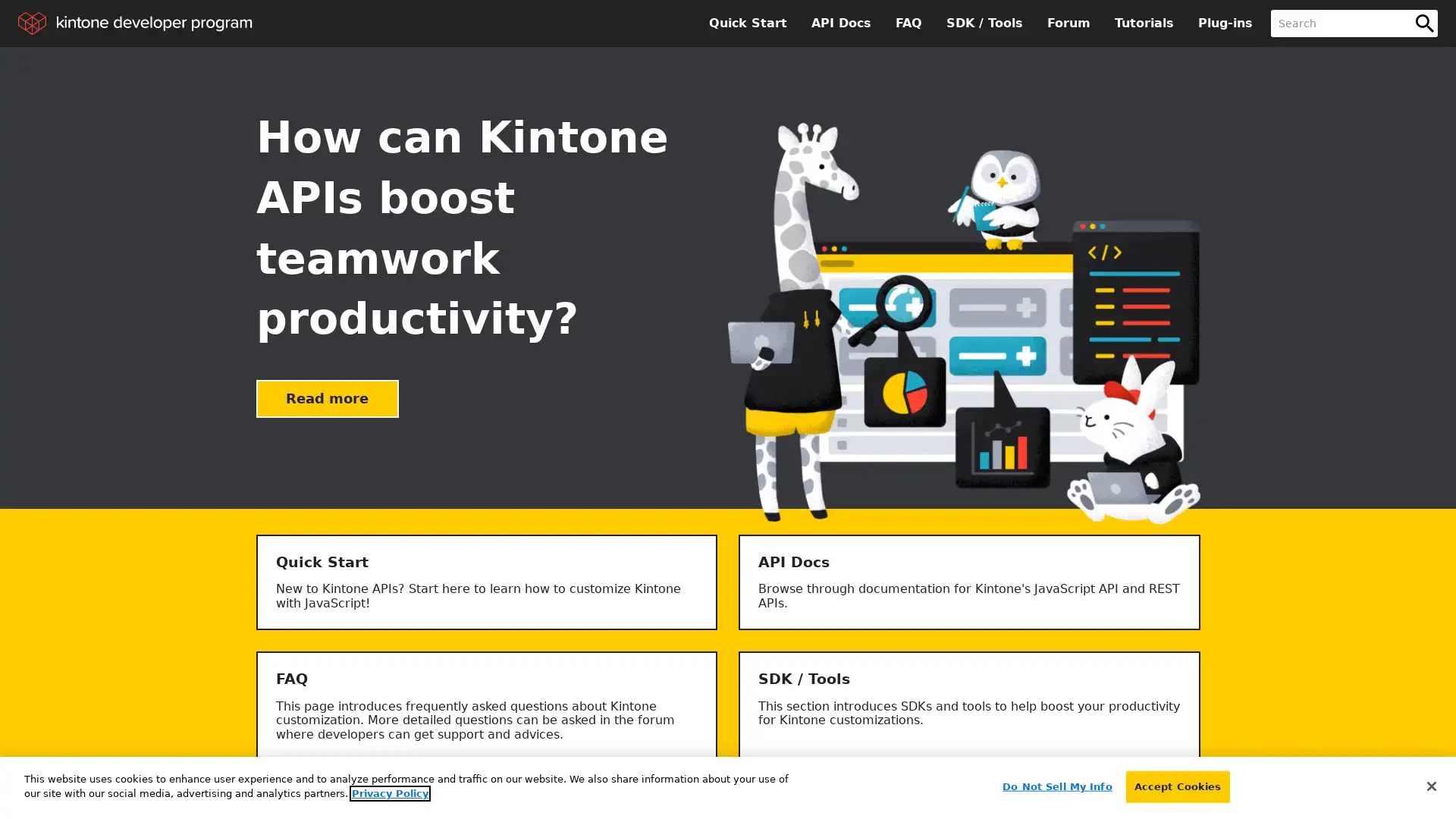  What do you see at coordinates (1423, 23) in the screenshot?
I see `Search` at bounding box center [1423, 23].